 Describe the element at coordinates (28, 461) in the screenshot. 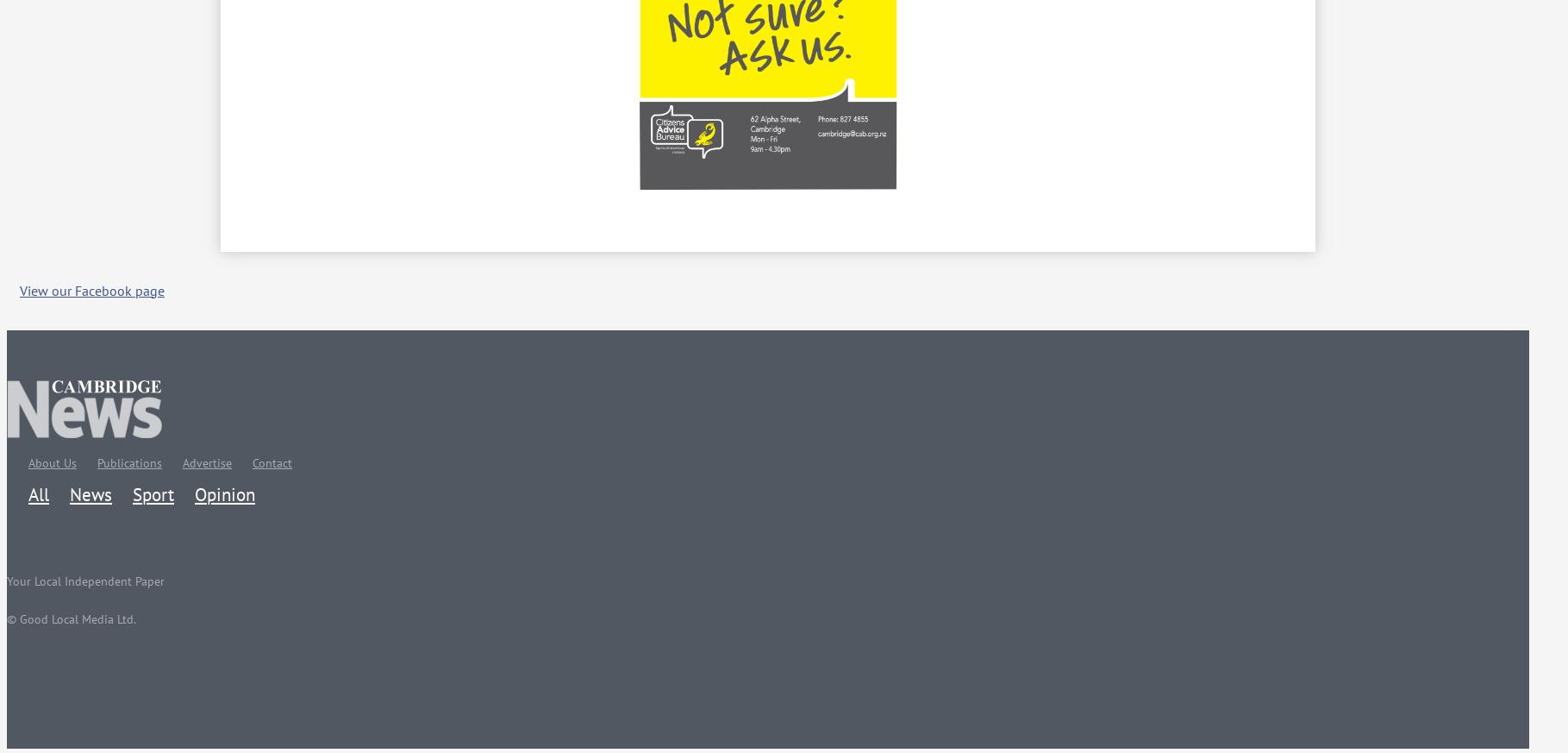

I see `'About Us'` at that location.